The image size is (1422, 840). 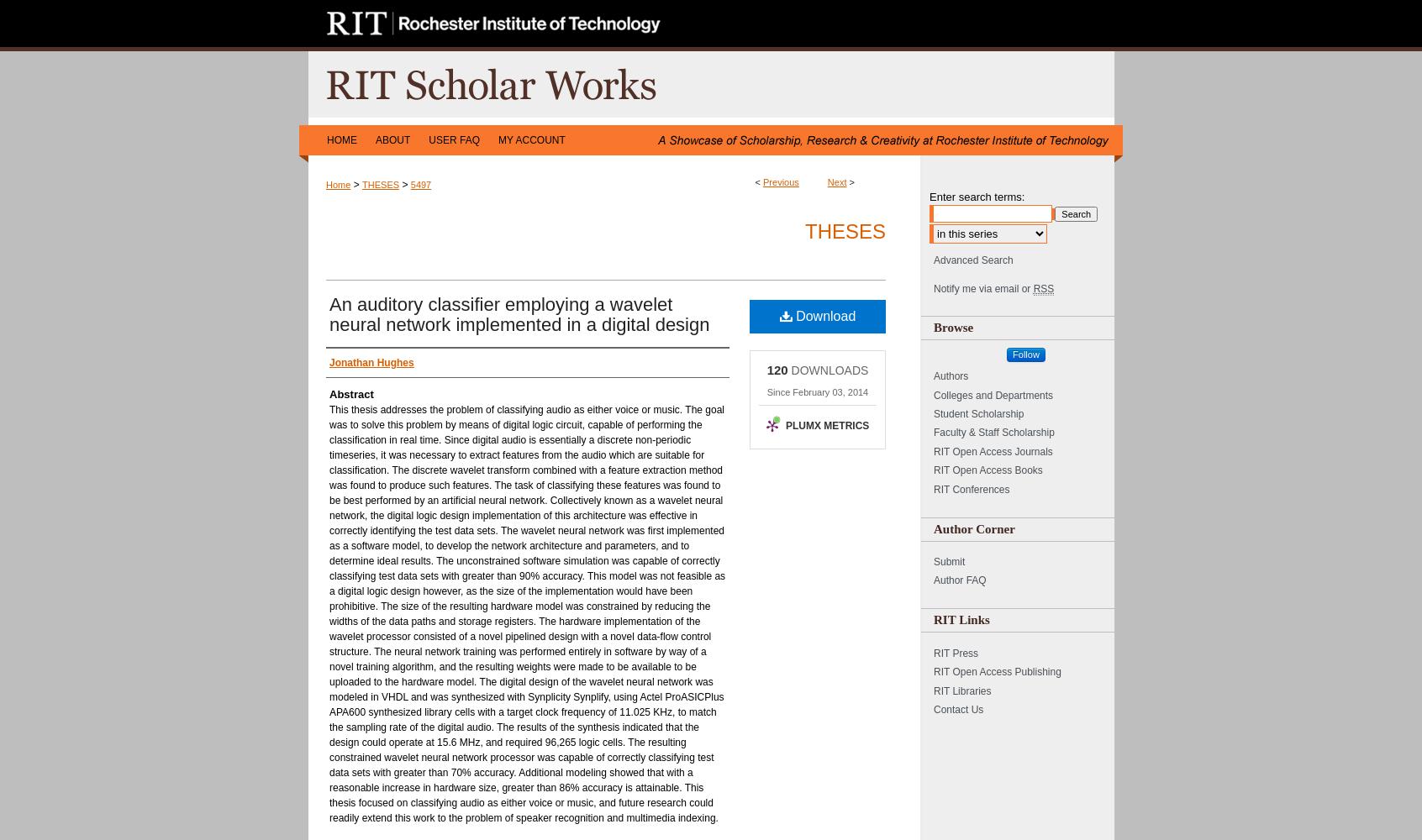 What do you see at coordinates (972, 260) in the screenshot?
I see `'Advanced Search'` at bounding box center [972, 260].